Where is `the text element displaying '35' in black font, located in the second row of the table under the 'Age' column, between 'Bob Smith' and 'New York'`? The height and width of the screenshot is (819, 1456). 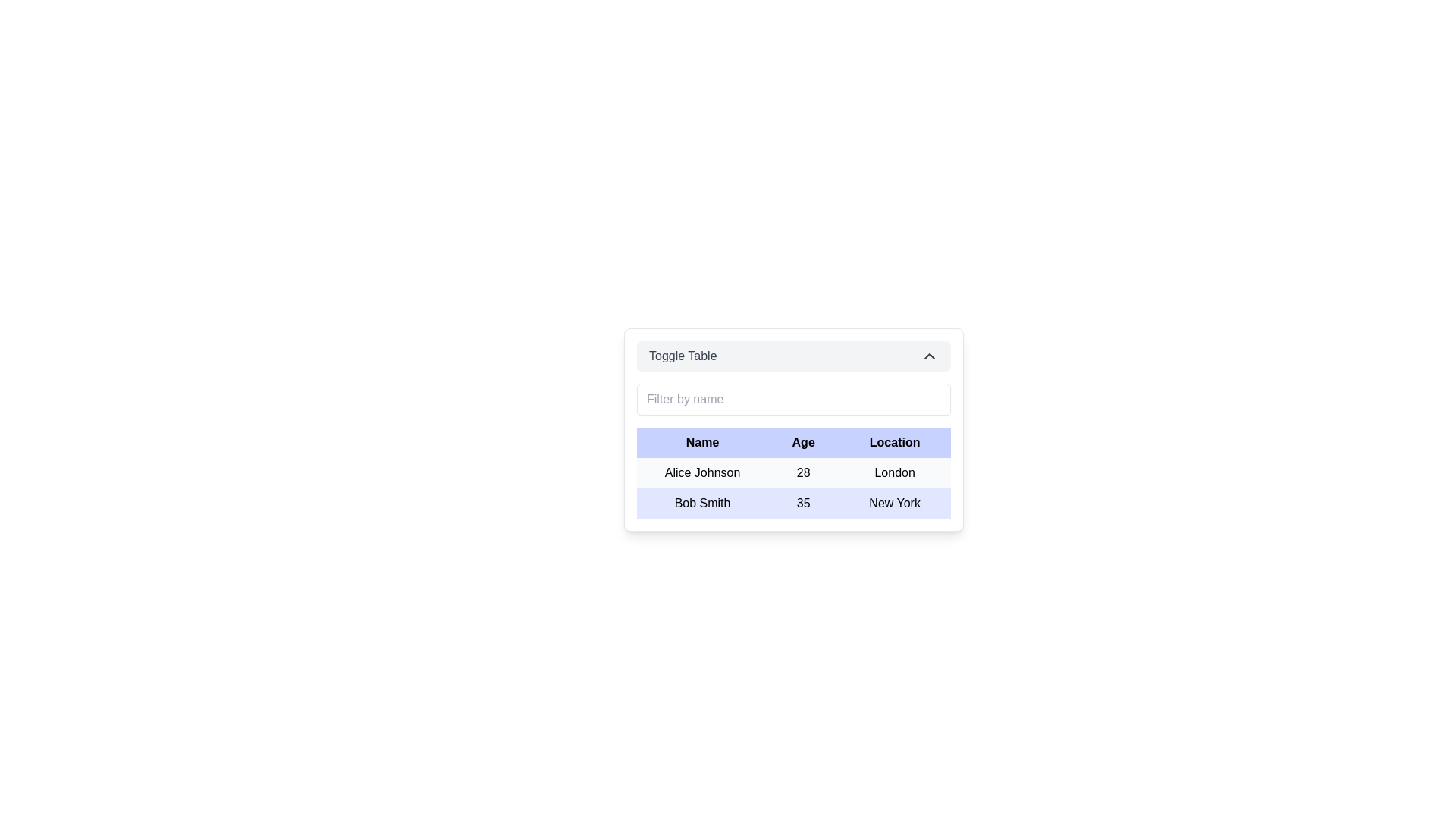 the text element displaying '35' in black font, located in the second row of the table under the 'Age' column, between 'Bob Smith' and 'New York' is located at coordinates (802, 503).